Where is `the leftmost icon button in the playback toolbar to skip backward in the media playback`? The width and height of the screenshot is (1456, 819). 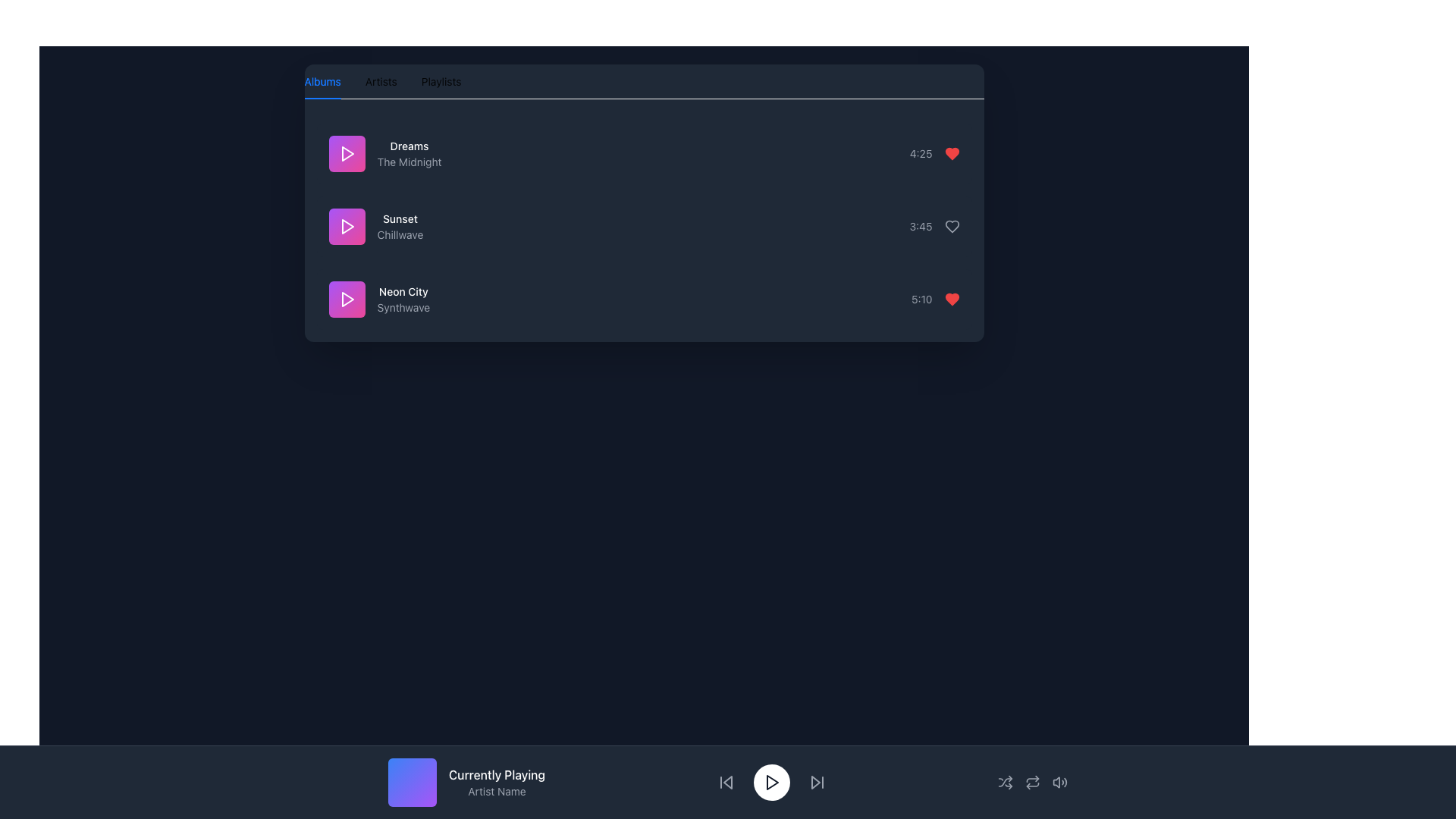
the leftmost icon button in the playback toolbar to skip backward in the media playback is located at coordinates (726, 783).